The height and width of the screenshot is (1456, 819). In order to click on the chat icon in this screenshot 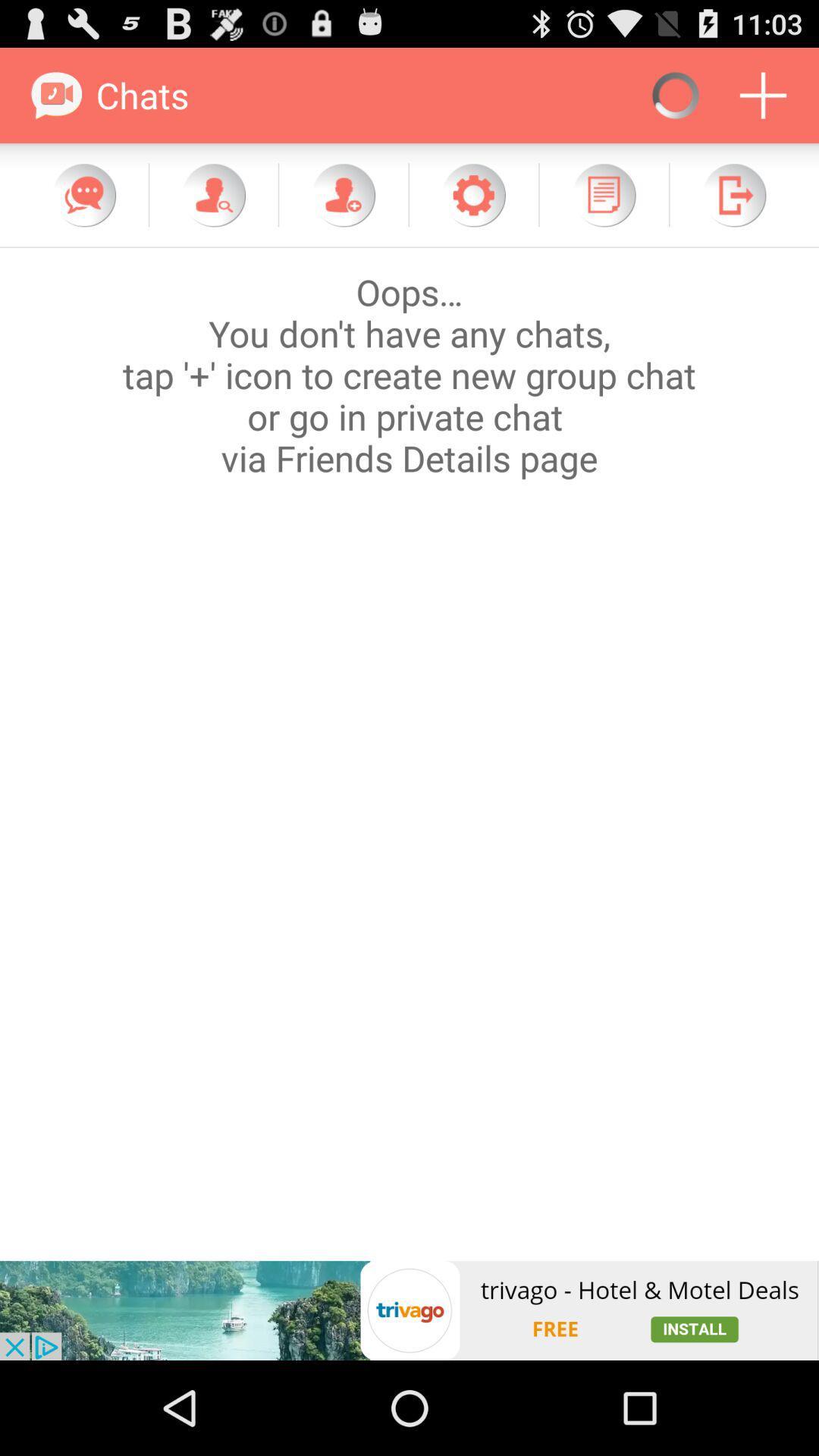, I will do `click(84, 208)`.